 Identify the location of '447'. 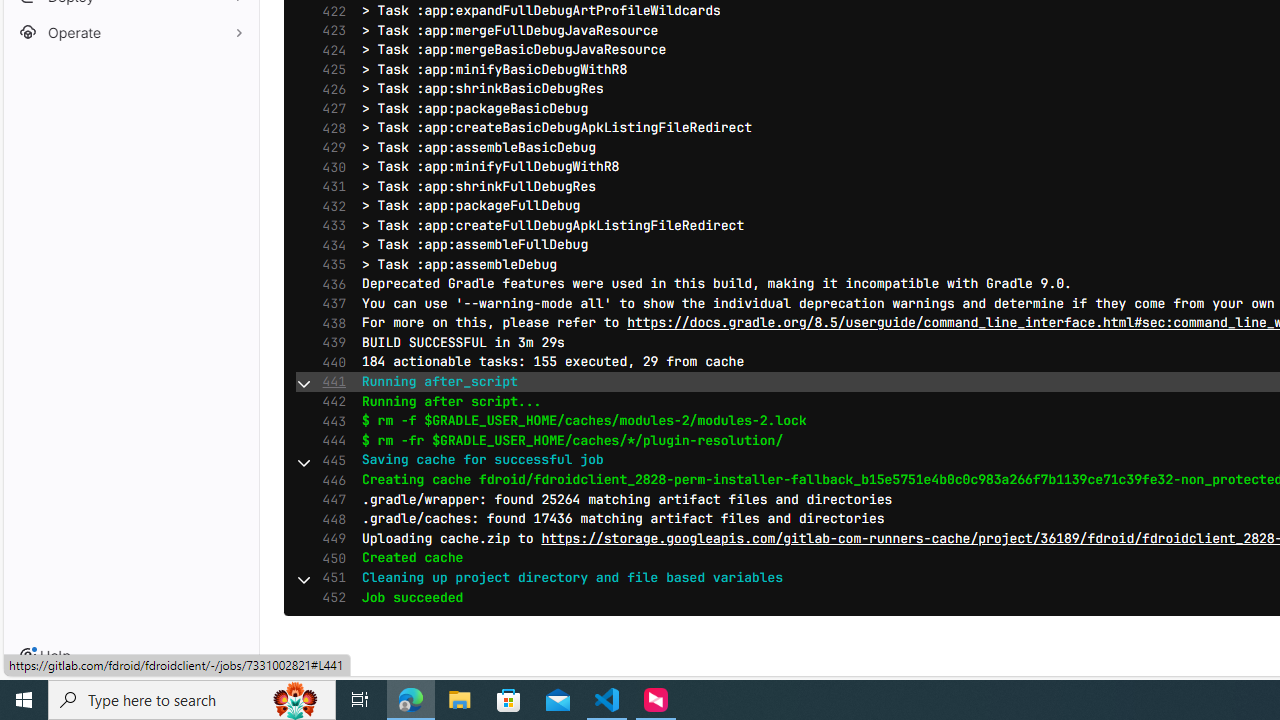
(329, 499).